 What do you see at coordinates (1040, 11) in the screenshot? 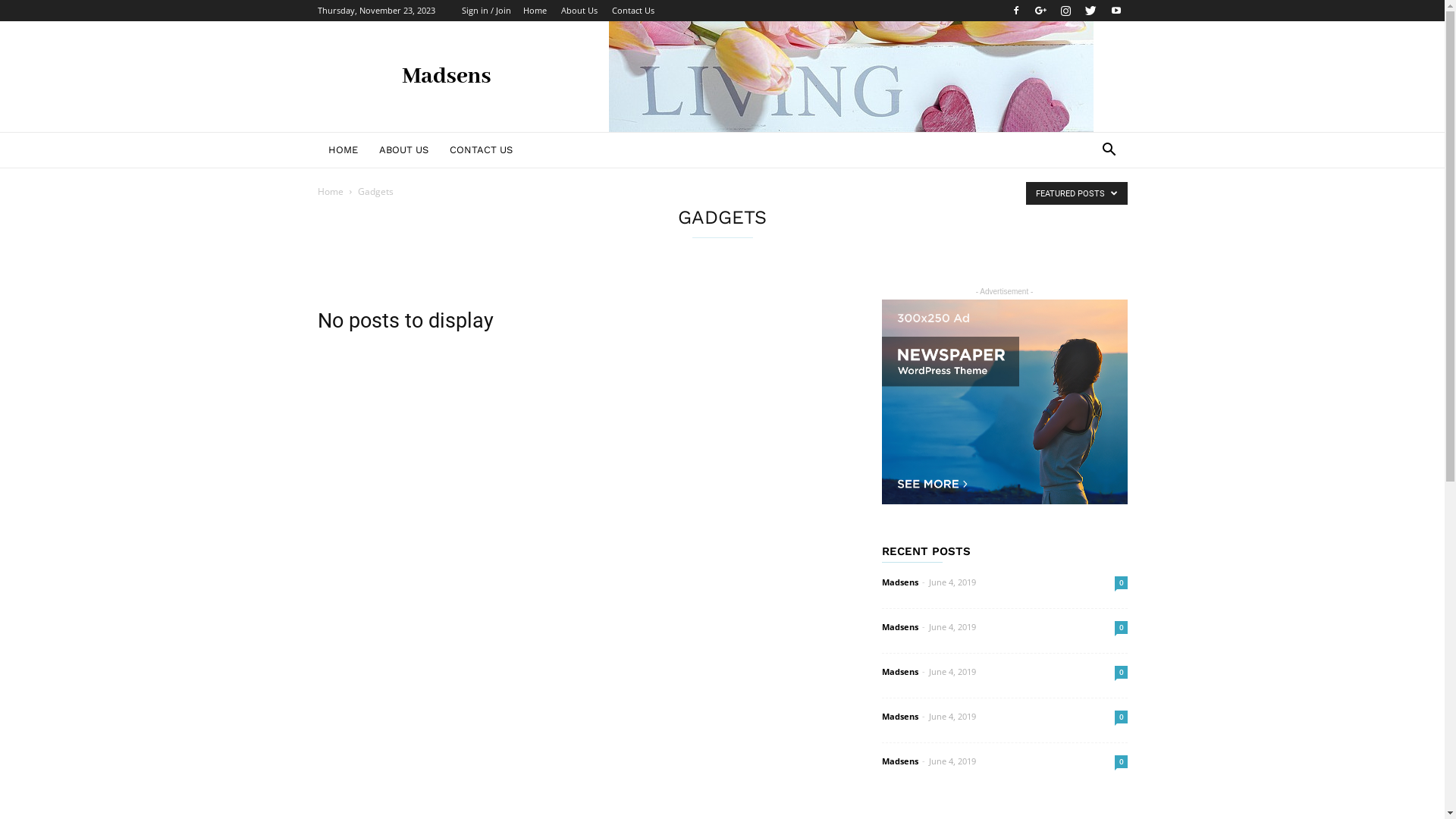
I see `'Google+'` at bounding box center [1040, 11].